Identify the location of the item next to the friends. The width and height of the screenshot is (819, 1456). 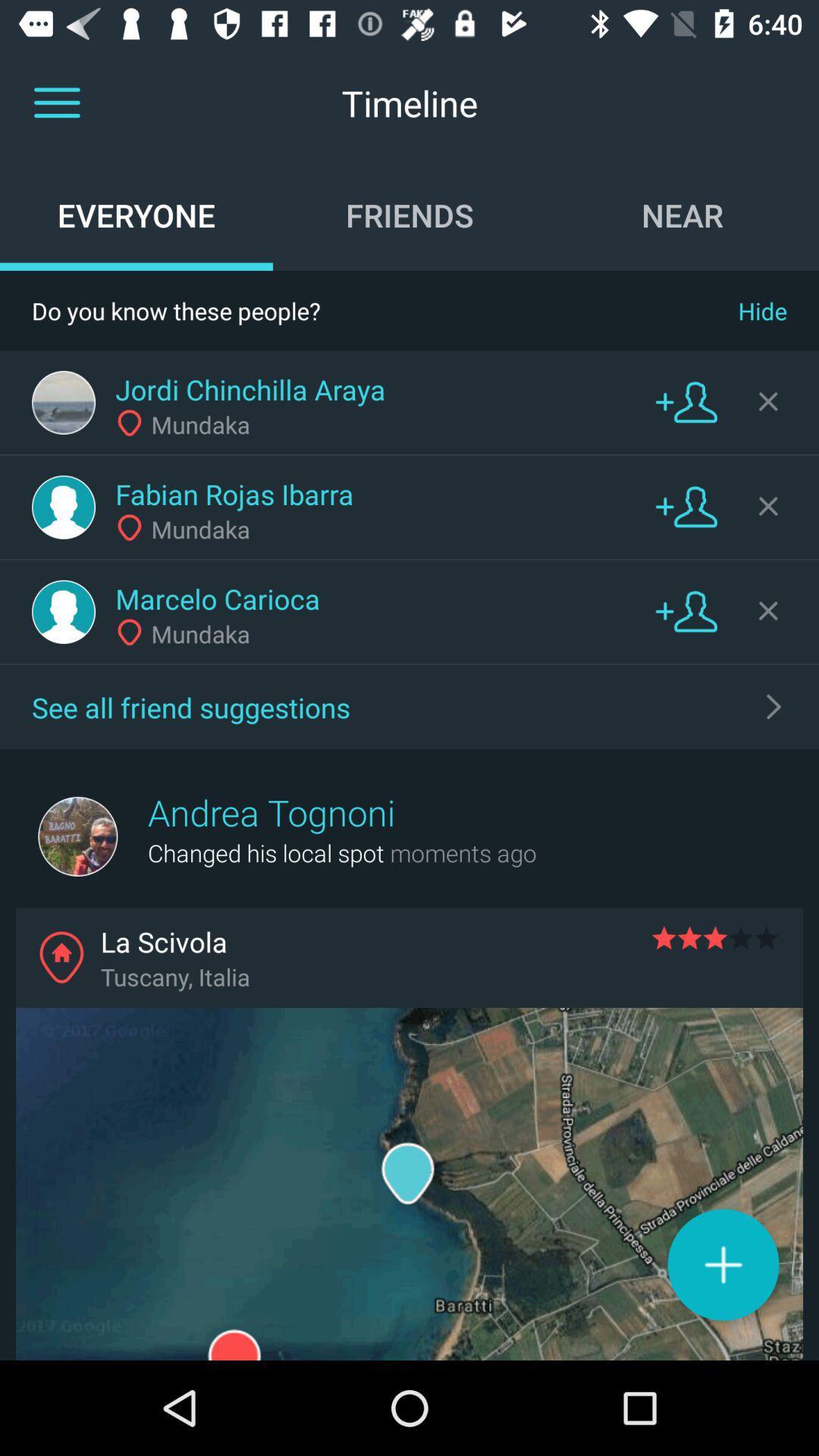
(136, 214).